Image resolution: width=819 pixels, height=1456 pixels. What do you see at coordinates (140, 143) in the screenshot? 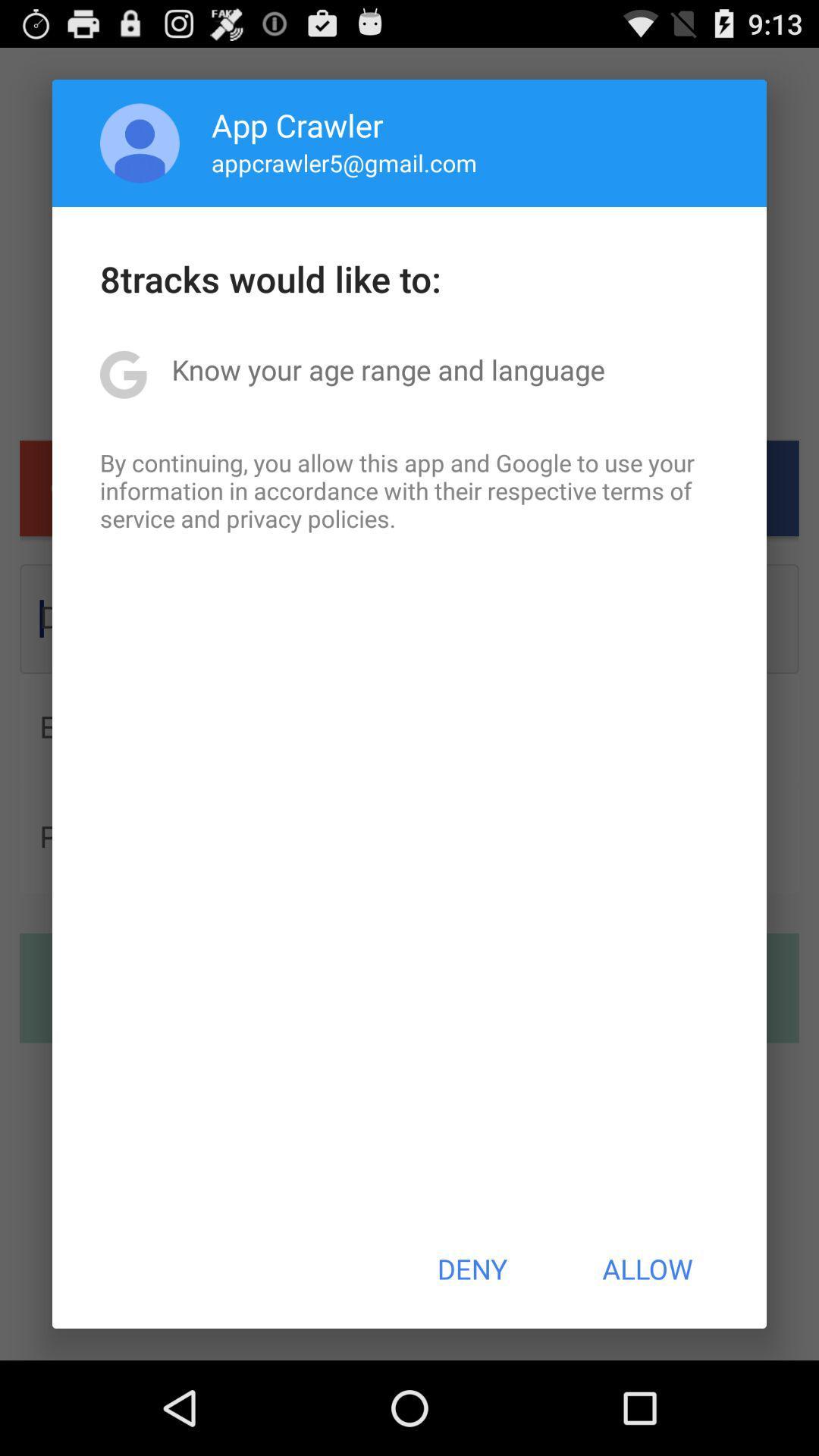
I see `app above the 8tracks would like app` at bounding box center [140, 143].